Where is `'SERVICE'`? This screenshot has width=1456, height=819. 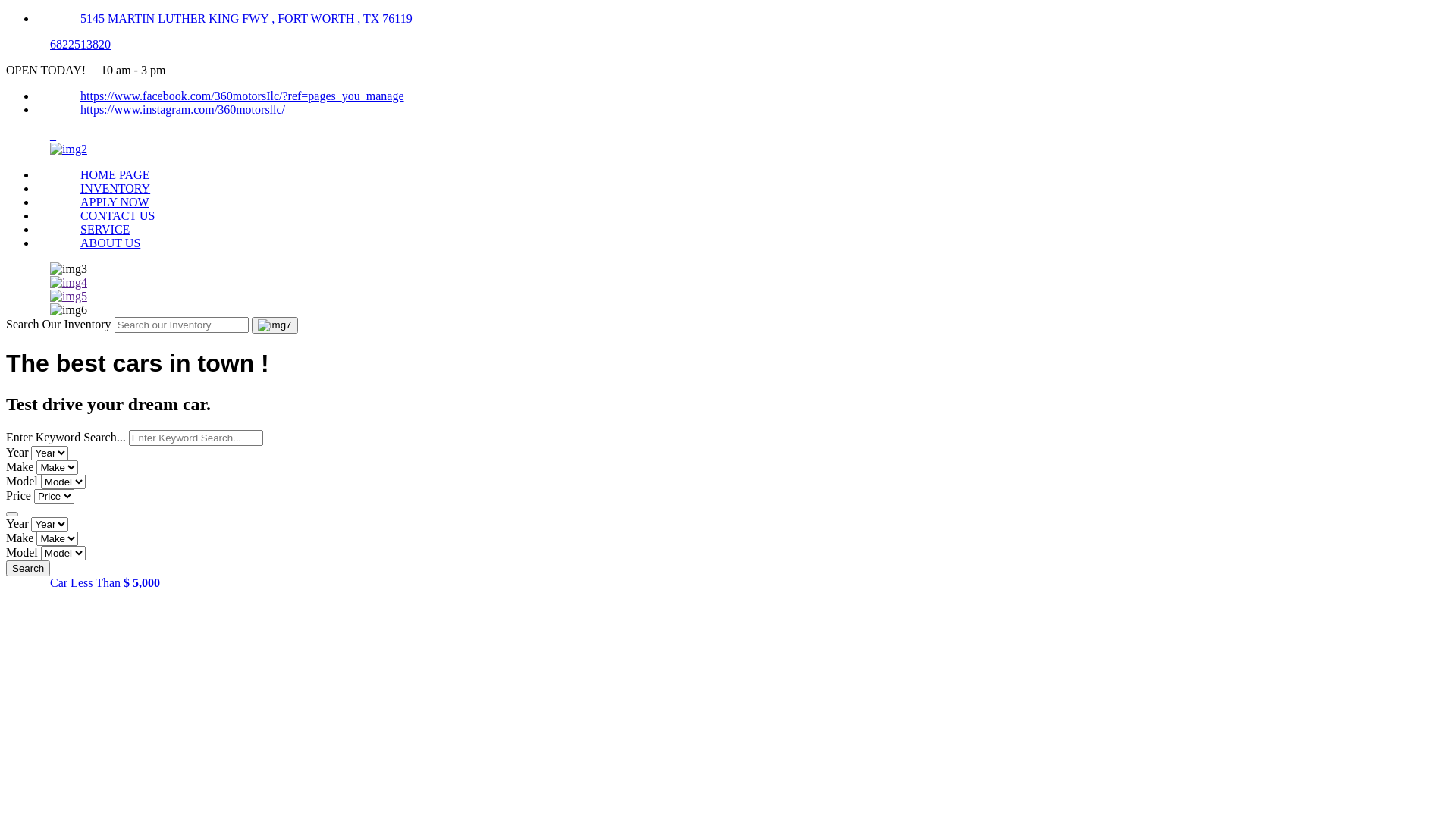
'SERVICE' is located at coordinates (104, 229).